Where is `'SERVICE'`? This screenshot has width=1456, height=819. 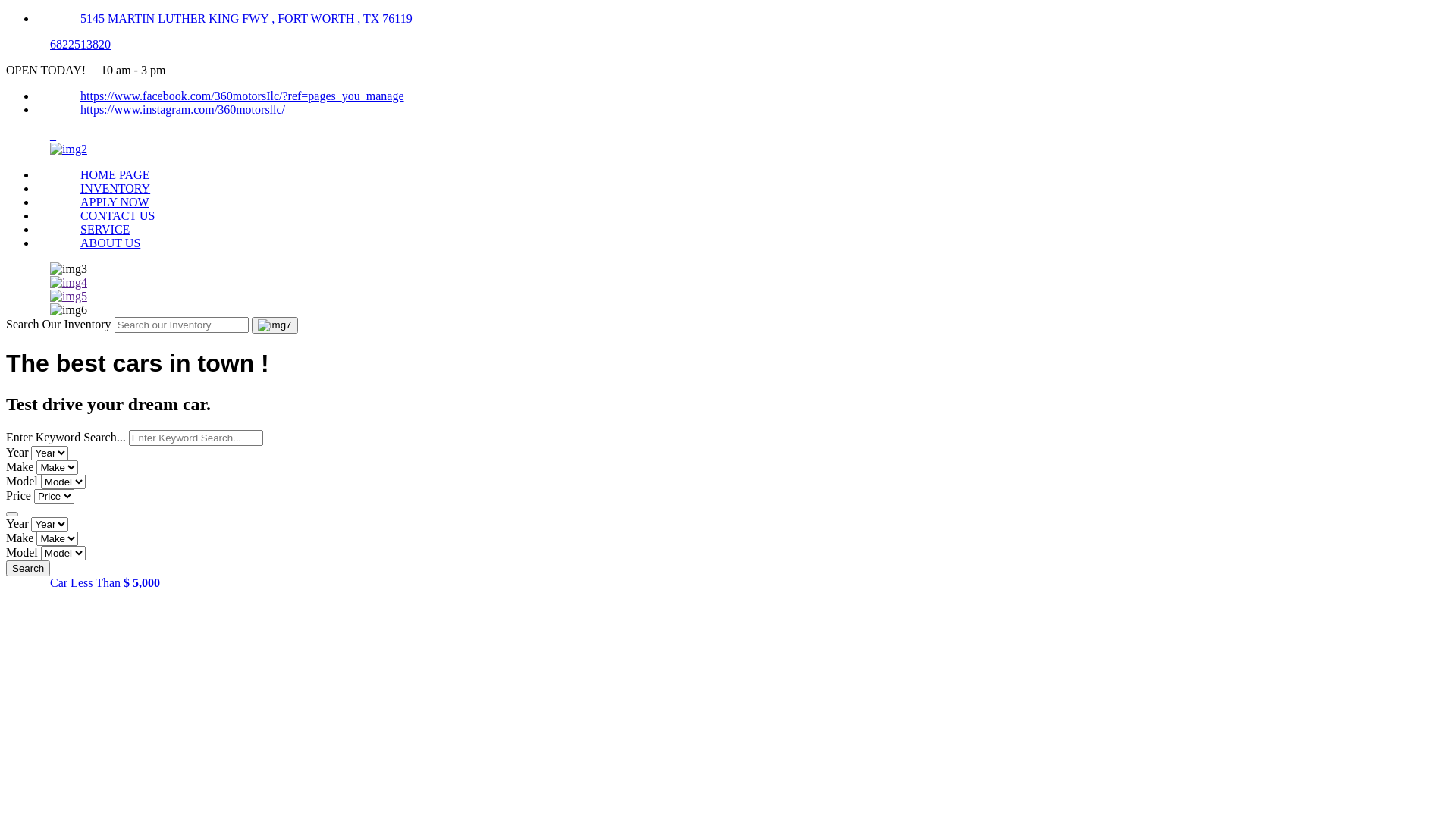
'SERVICE' is located at coordinates (104, 229).